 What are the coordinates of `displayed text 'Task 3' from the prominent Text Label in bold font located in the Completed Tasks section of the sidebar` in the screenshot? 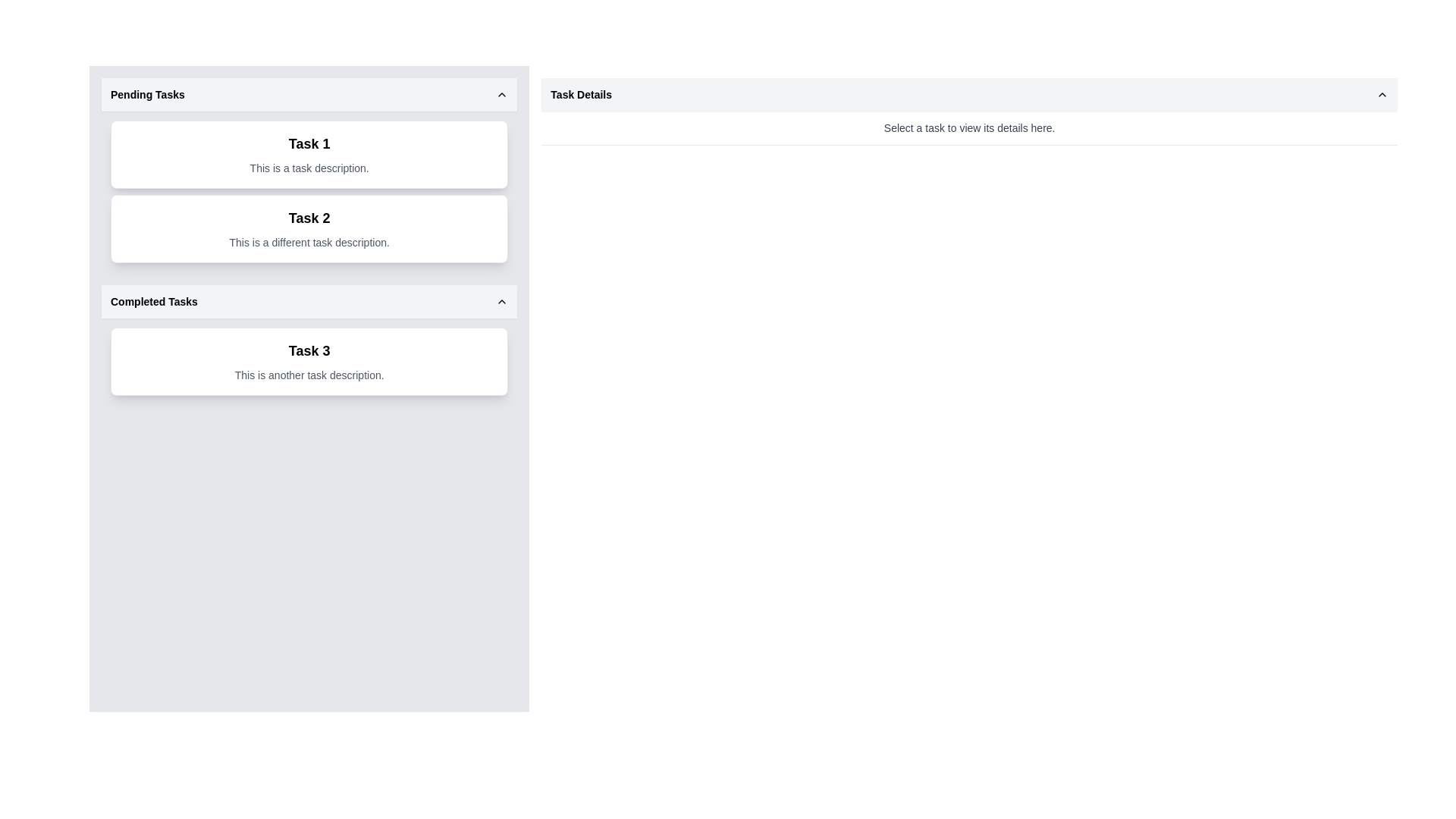 It's located at (309, 350).